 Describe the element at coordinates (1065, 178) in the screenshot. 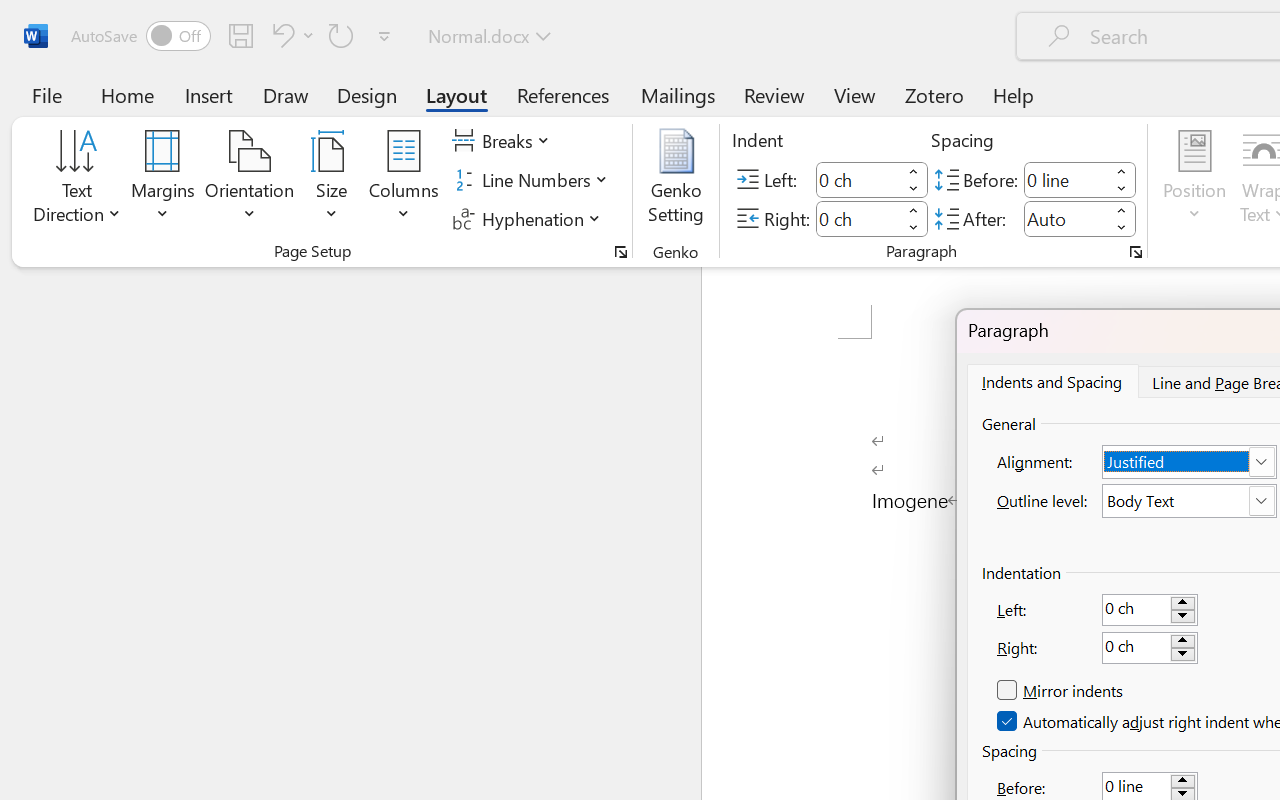

I see `'Spacing Before'` at that location.